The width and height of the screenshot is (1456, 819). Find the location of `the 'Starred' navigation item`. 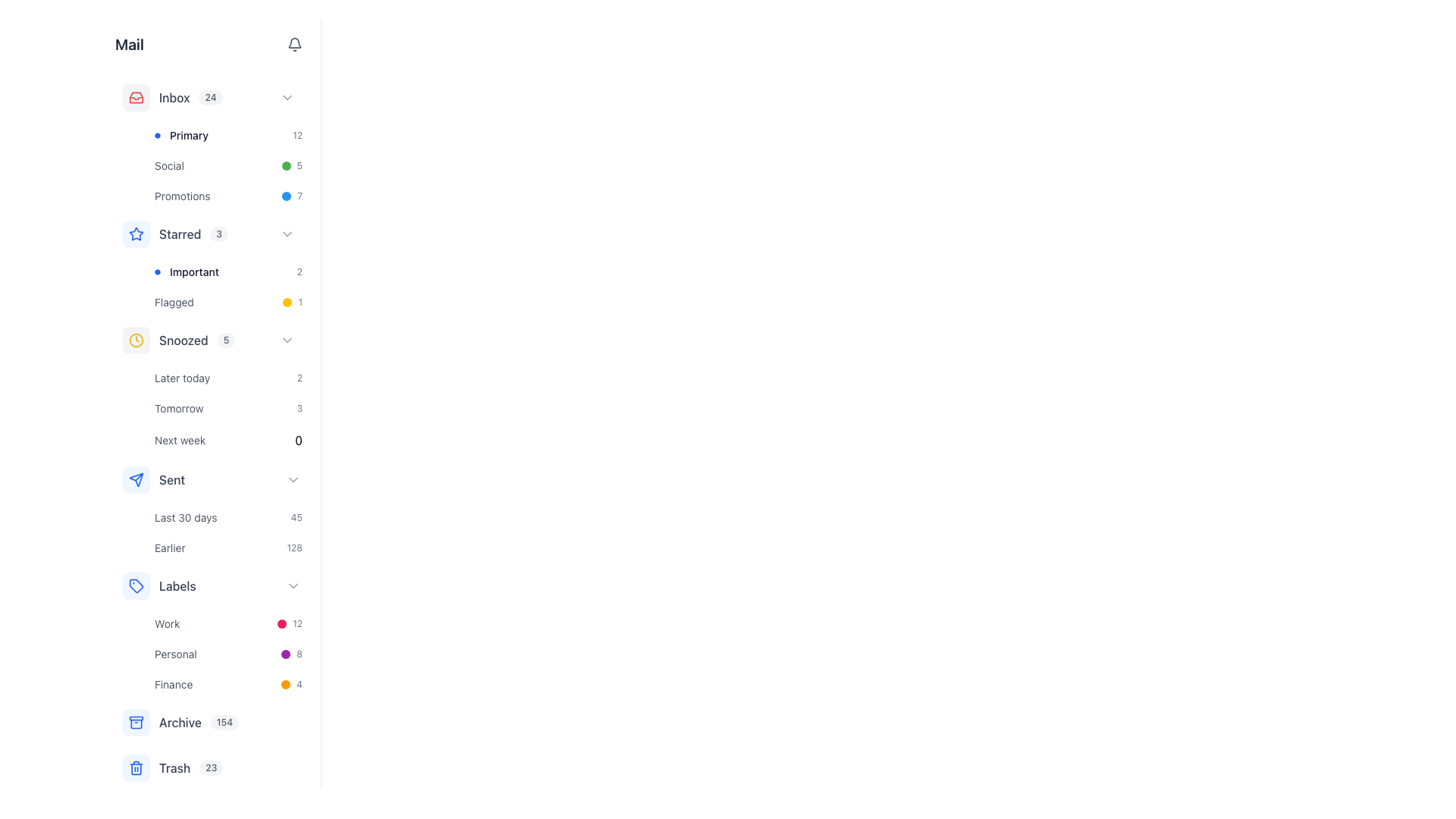

the 'Starred' navigation item is located at coordinates (175, 234).